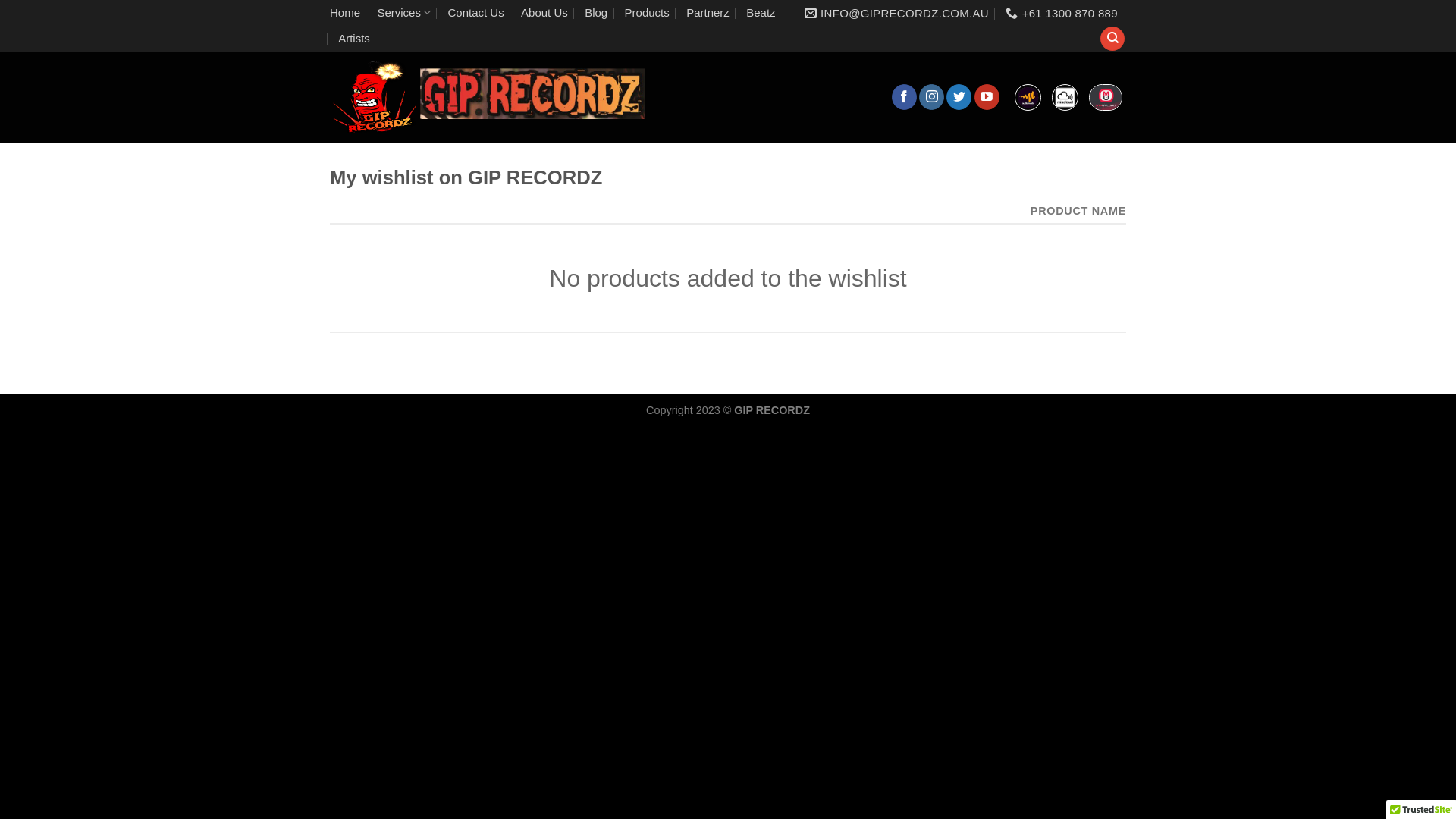  What do you see at coordinates (761, 12) in the screenshot?
I see `'Beatz'` at bounding box center [761, 12].